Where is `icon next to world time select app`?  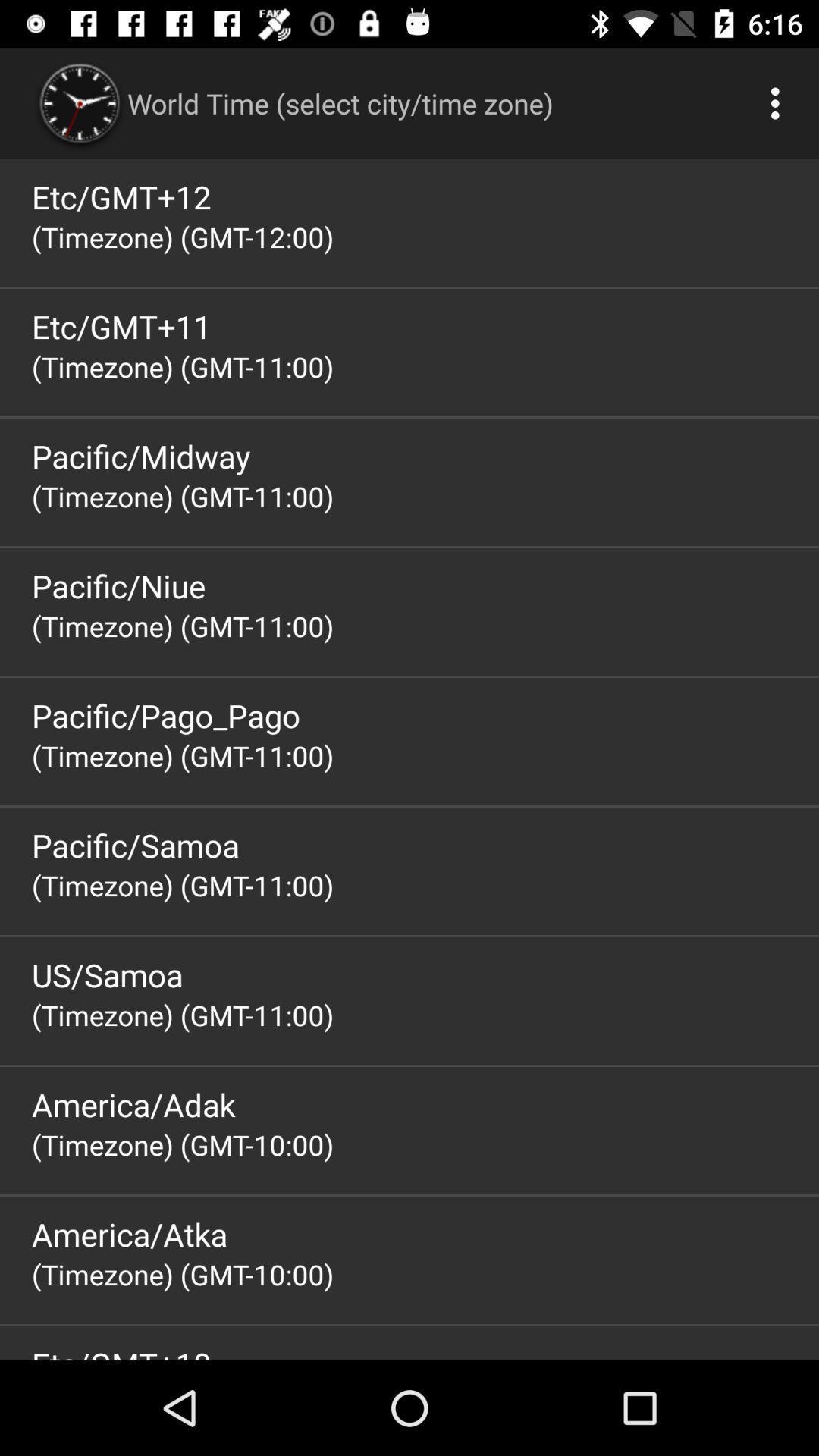 icon next to world time select app is located at coordinates (779, 102).